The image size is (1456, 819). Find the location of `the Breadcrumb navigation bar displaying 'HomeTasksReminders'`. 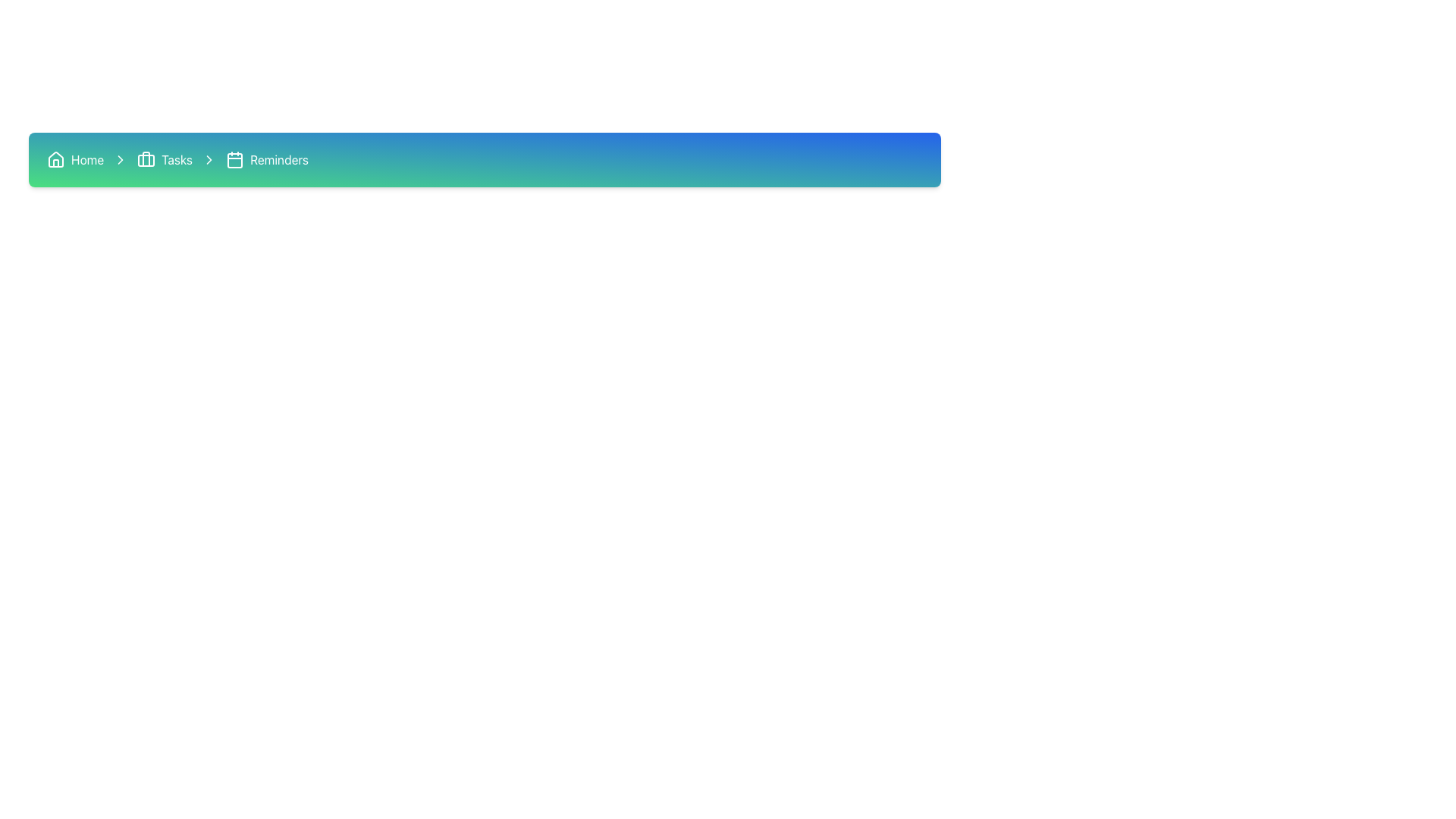

the Breadcrumb navigation bar displaying 'HomeTasksReminders' is located at coordinates (484, 160).